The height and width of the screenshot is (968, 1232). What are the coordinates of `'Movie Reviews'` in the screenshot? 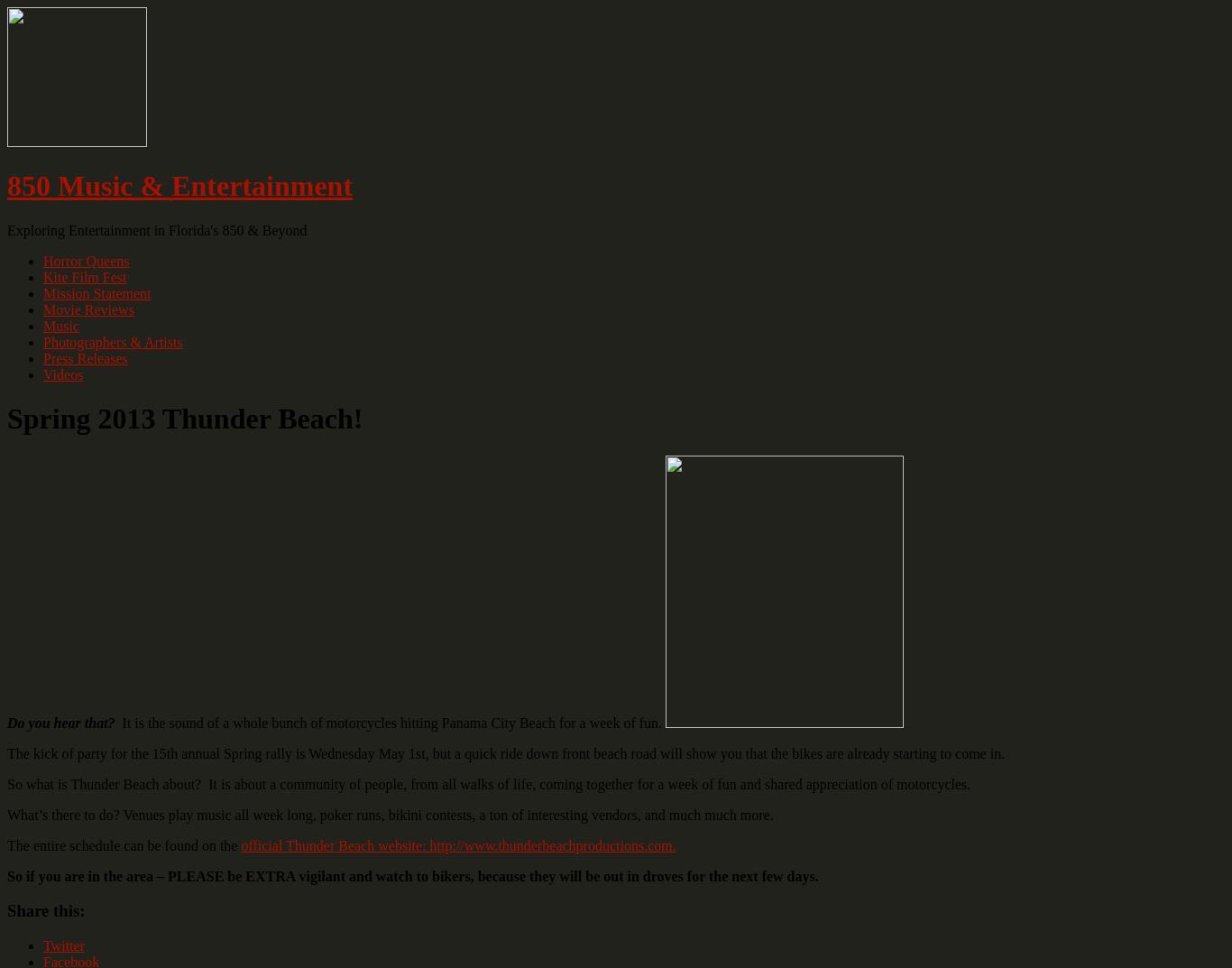 It's located at (87, 309).